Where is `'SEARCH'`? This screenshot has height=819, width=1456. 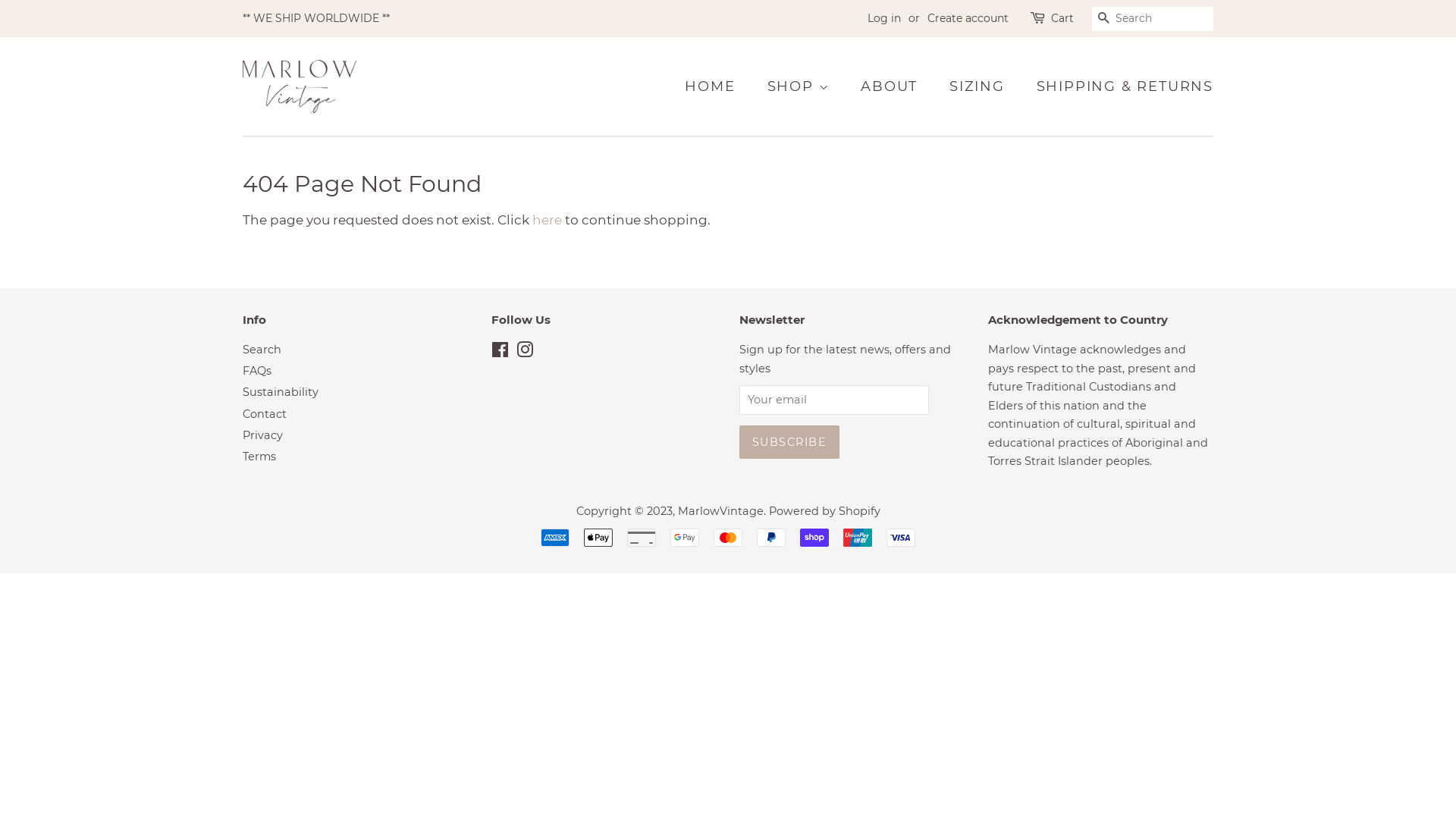
'SEARCH' is located at coordinates (1103, 19).